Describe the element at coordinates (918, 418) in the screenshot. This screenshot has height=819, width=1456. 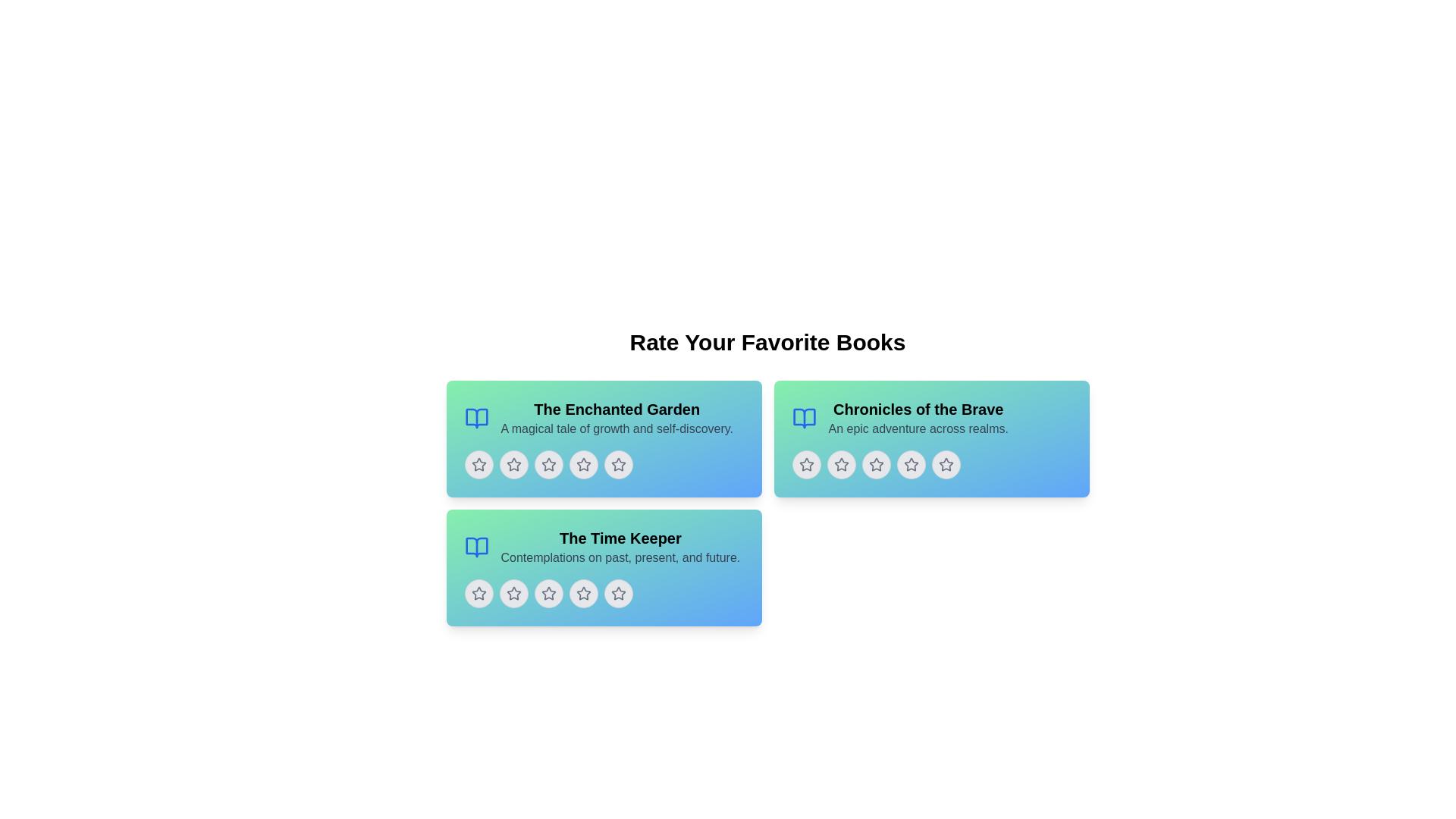
I see `the informational display text block that presents the title and description of the book 'Chronicles of the Brave' located in the top right card of a three-card layout` at that location.